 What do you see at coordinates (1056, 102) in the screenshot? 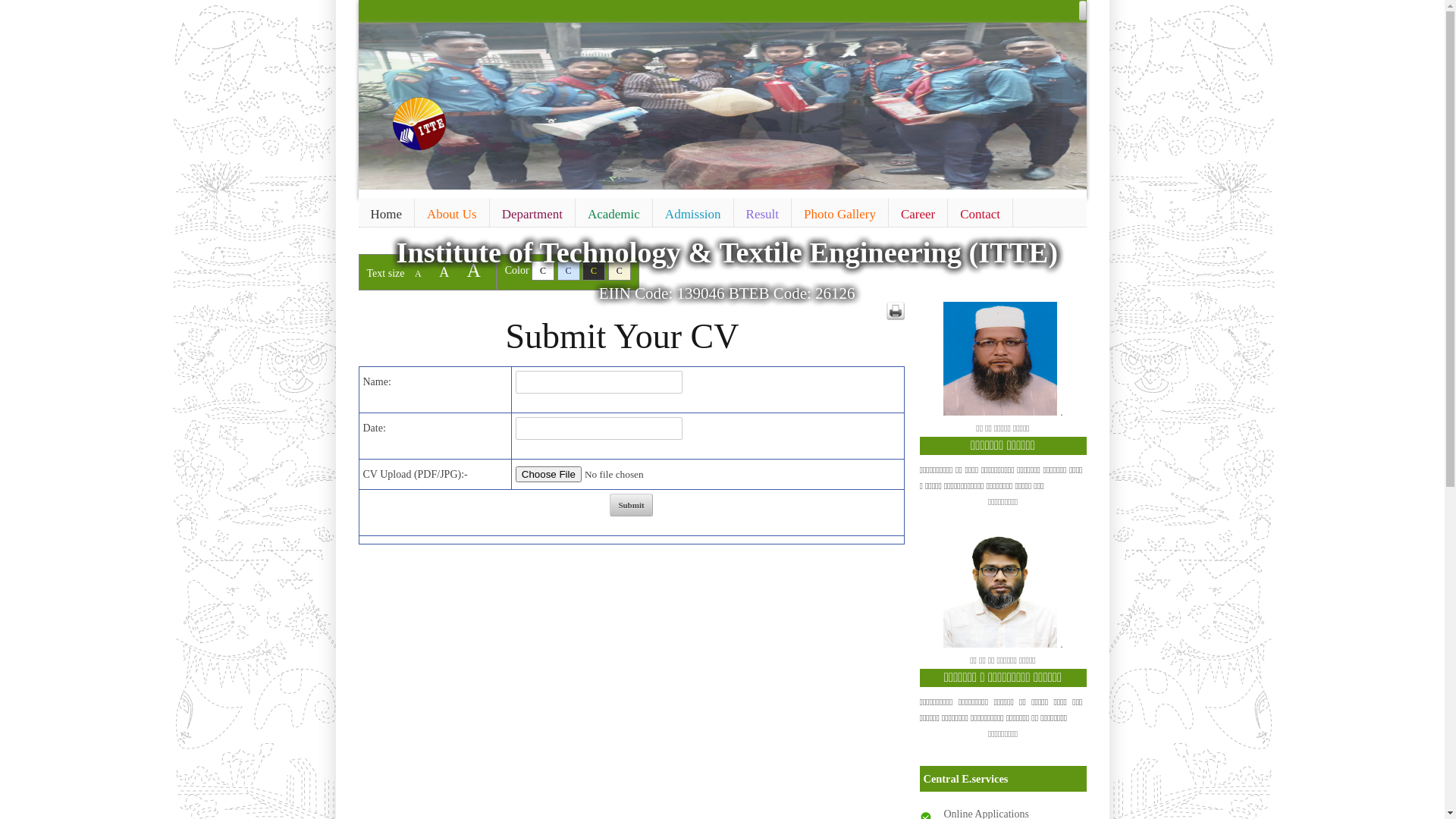
I see `'Next'` at bounding box center [1056, 102].